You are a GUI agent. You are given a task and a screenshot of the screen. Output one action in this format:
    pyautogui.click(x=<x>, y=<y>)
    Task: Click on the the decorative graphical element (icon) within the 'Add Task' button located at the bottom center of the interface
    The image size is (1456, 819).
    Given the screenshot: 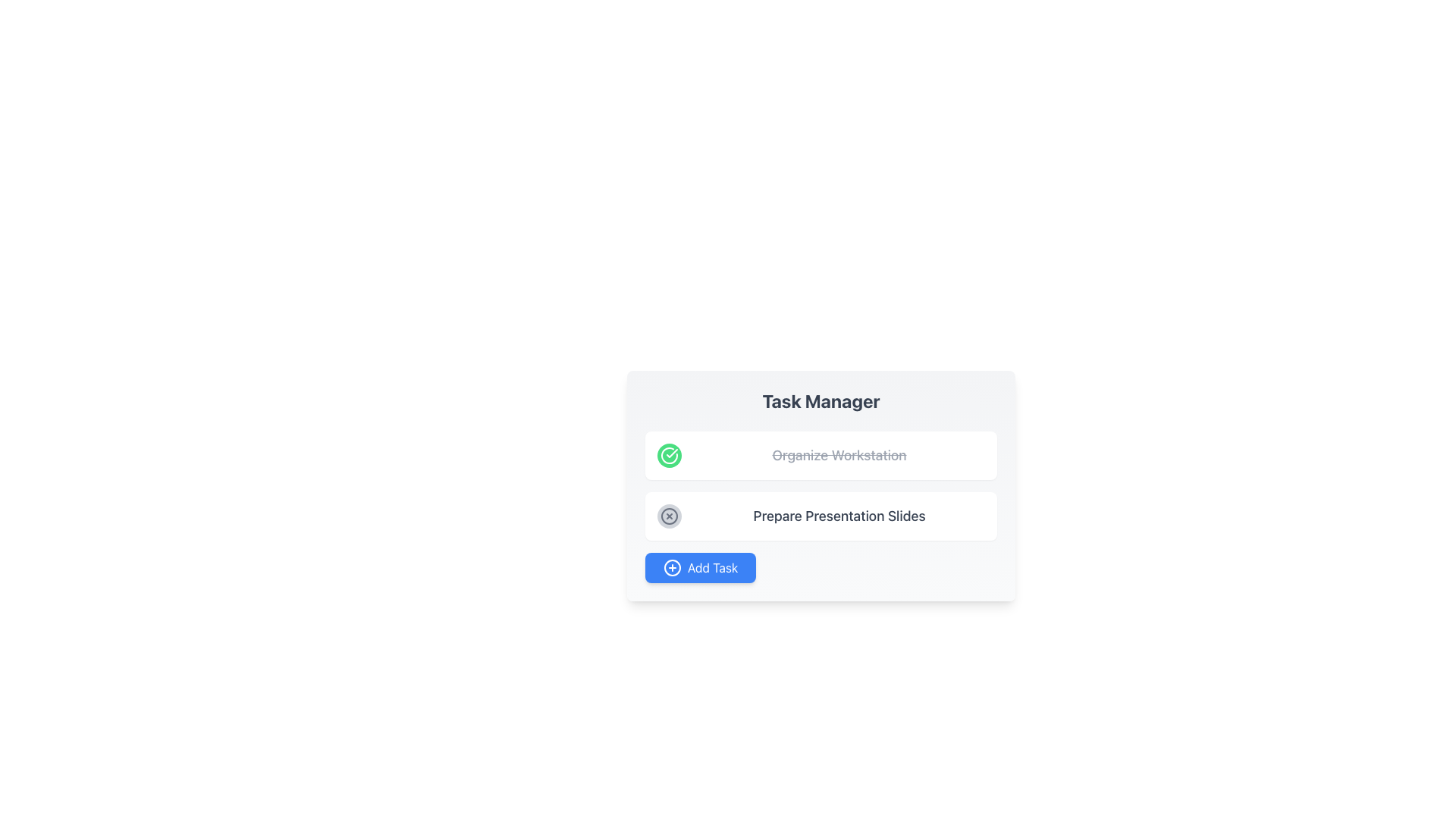 What is the action you would take?
    pyautogui.click(x=672, y=567)
    